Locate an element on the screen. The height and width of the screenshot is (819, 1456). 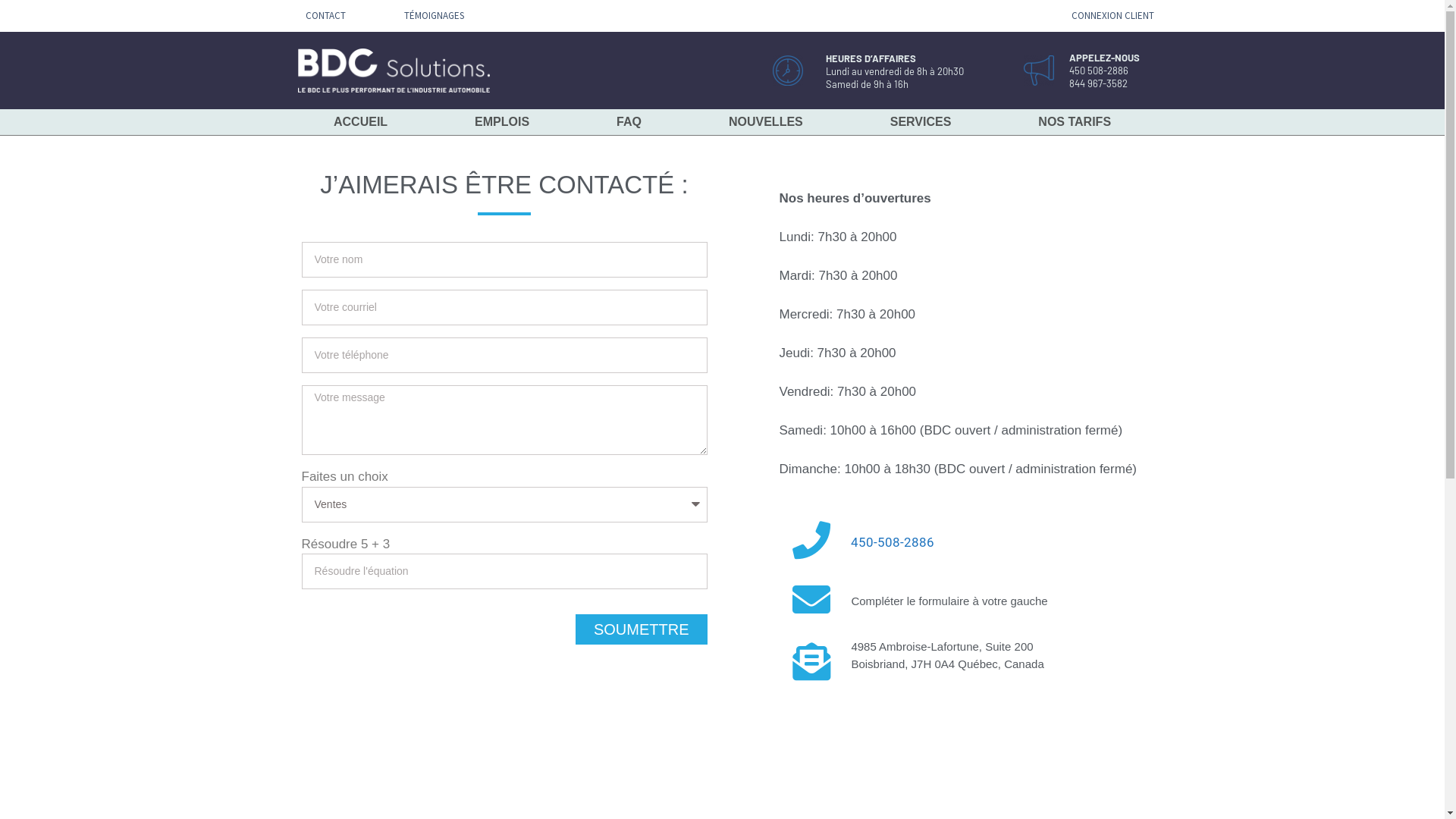
'CONNEXION CLIENT' is located at coordinates (1112, 15).